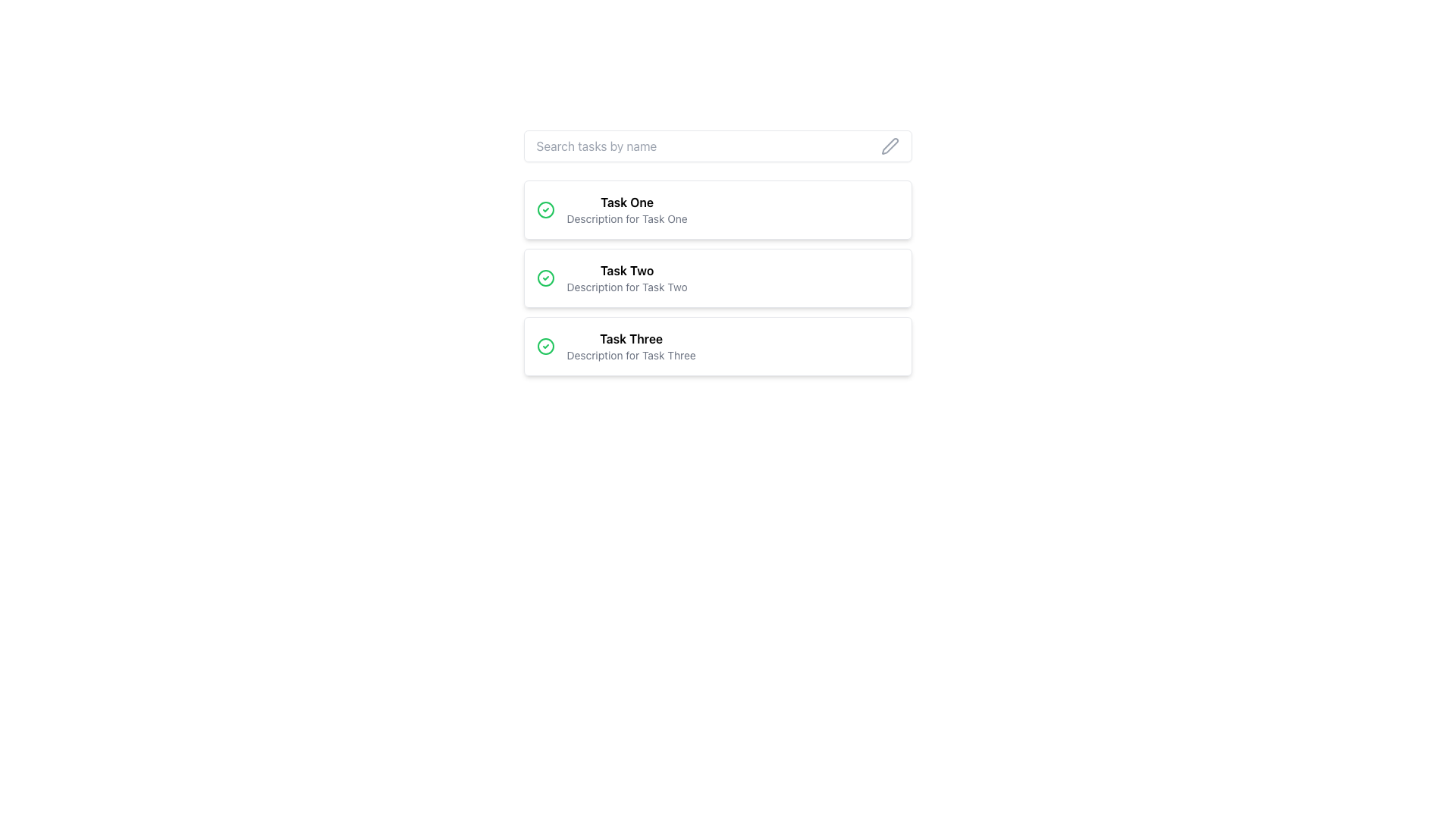 The width and height of the screenshot is (1456, 819). I want to click on the interactive icon button for editing actions related to the search bar's content, positioned at the far right end of the search input bar, so click(890, 146).